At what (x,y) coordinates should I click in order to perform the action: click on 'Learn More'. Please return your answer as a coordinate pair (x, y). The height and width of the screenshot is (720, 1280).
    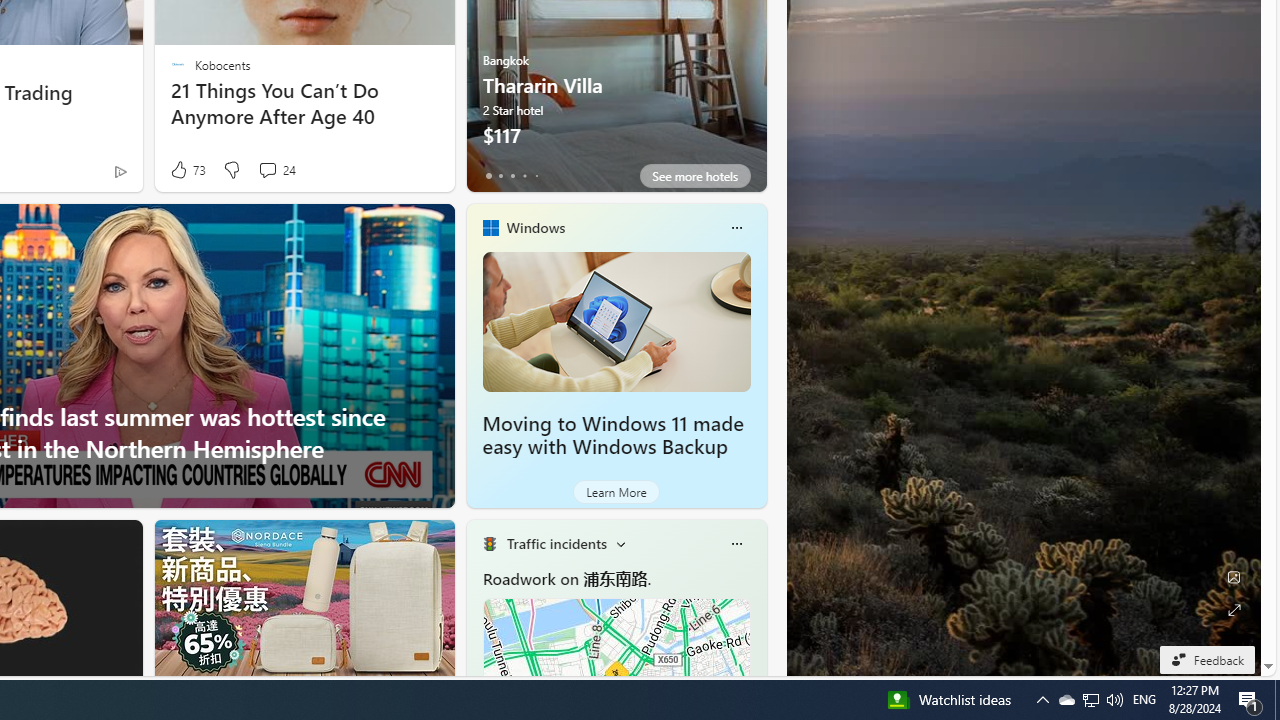
    Looking at the image, I should click on (615, 492).